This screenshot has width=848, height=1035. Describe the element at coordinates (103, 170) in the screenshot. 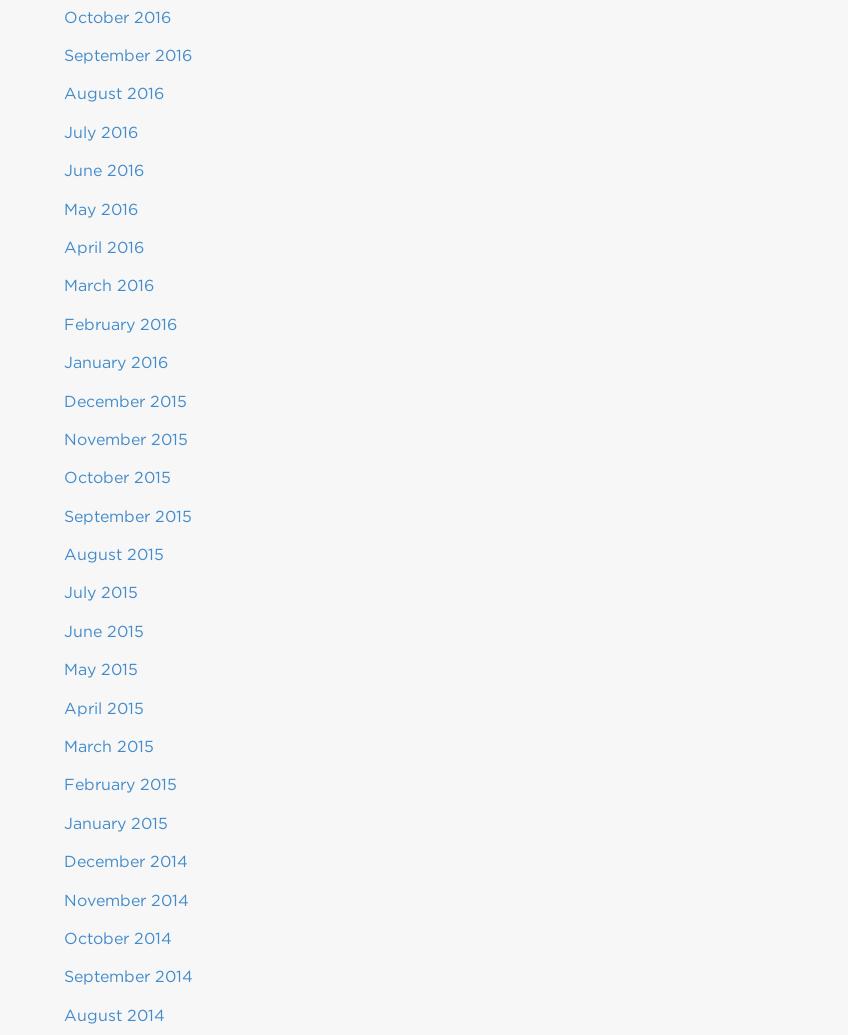

I see `'June 2016'` at that location.